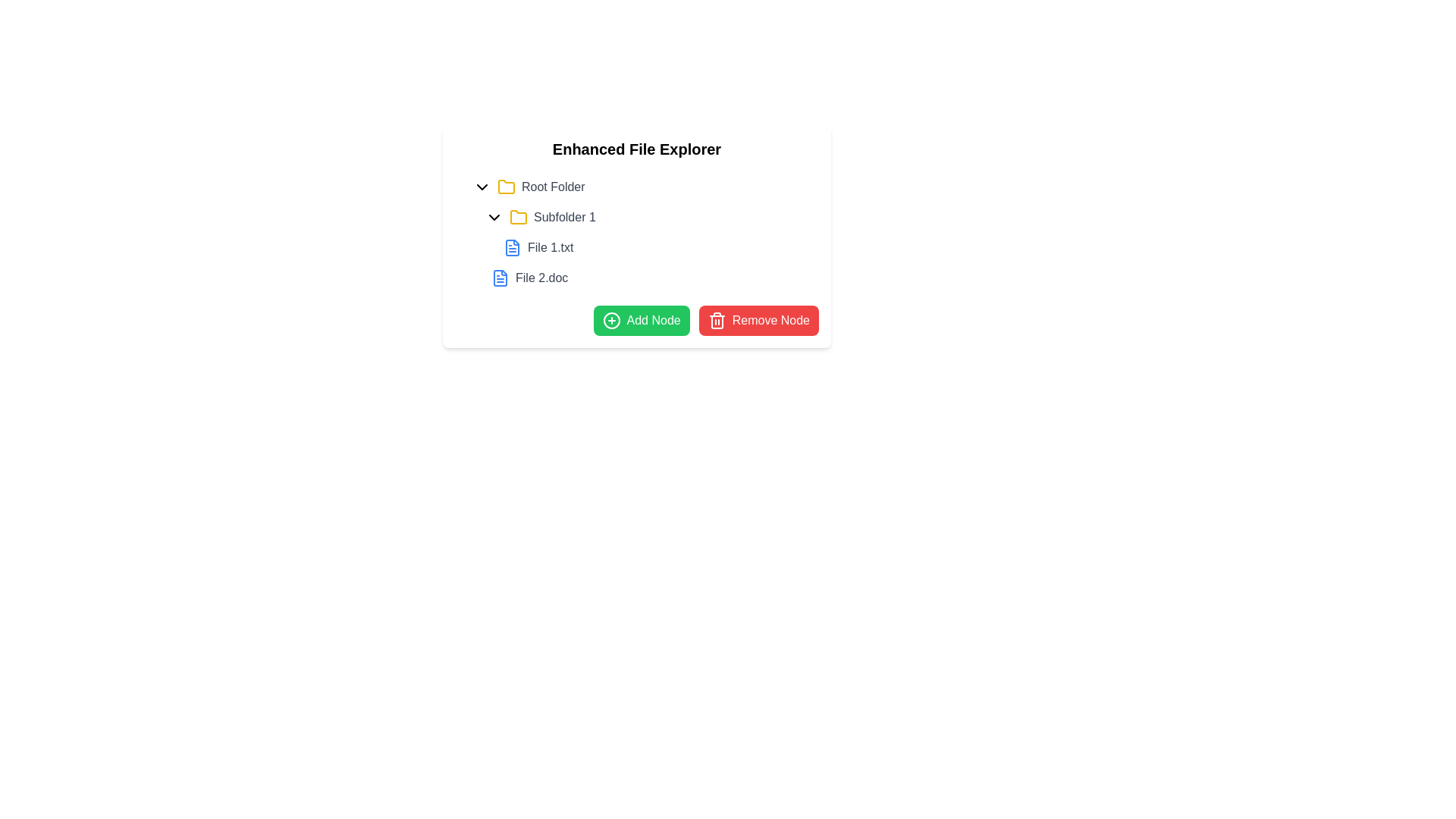 This screenshot has height=819, width=1456. What do you see at coordinates (642, 320) in the screenshot?
I see `the green 'Add Node' button located at the bottom-right corner of the 'Enhanced File Explorer' card` at bounding box center [642, 320].